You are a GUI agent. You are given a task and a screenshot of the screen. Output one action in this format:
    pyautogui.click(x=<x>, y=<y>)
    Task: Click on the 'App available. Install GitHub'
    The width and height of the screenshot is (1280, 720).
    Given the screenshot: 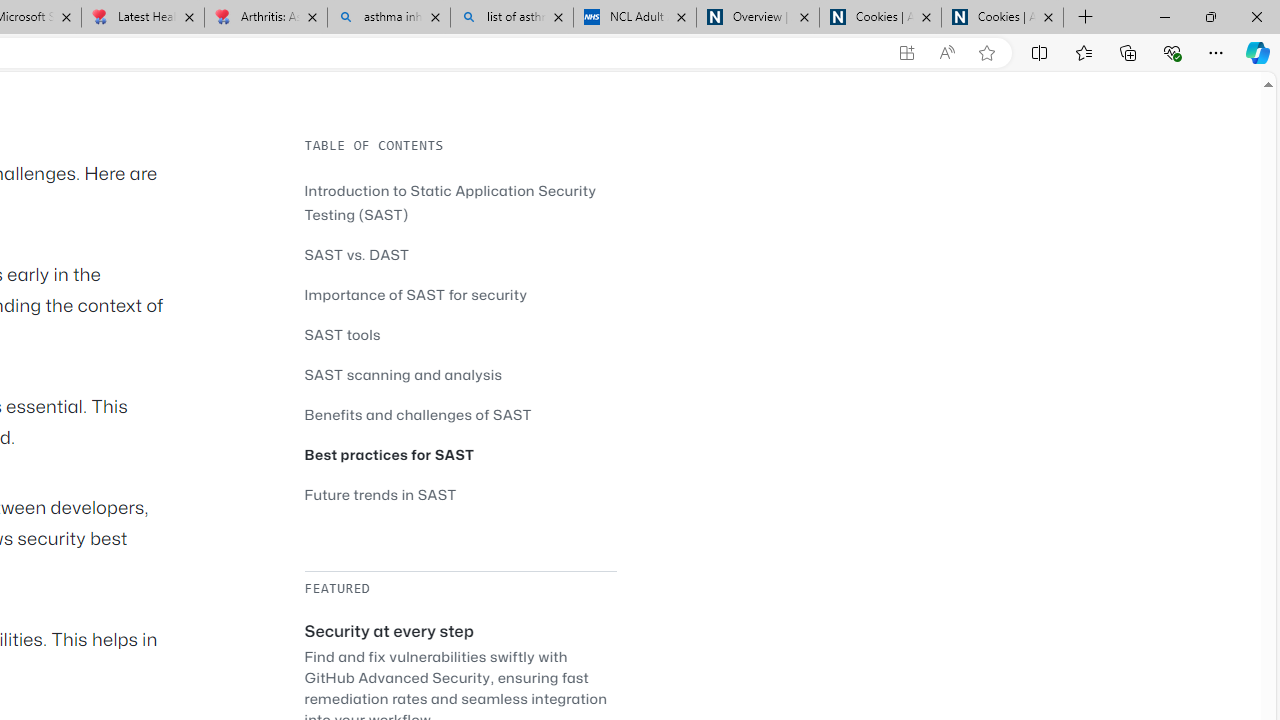 What is the action you would take?
    pyautogui.click(x=905, y=52)
    